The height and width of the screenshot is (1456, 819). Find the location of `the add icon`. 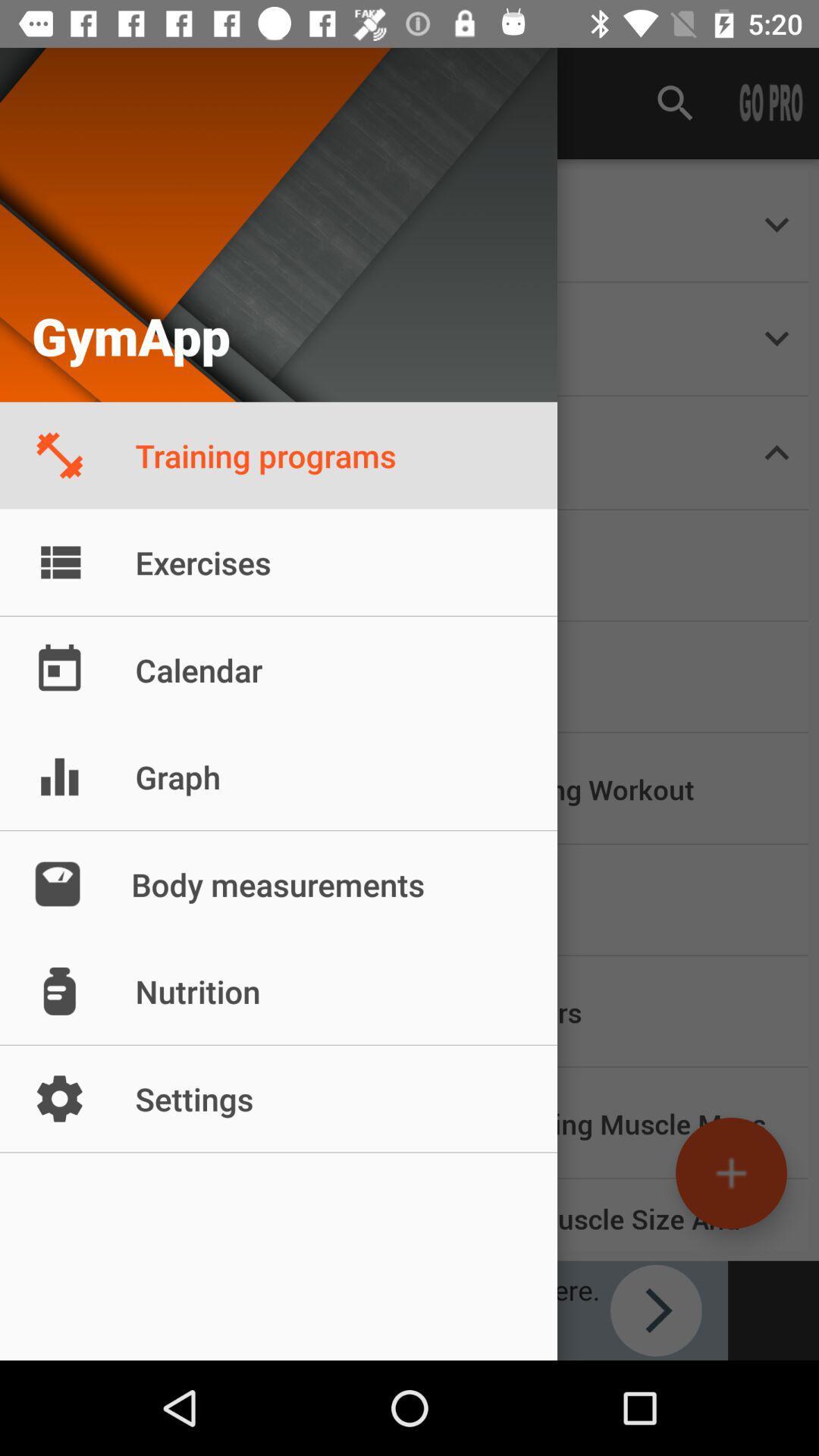

the add icon is located at coordinates (730, 1172).